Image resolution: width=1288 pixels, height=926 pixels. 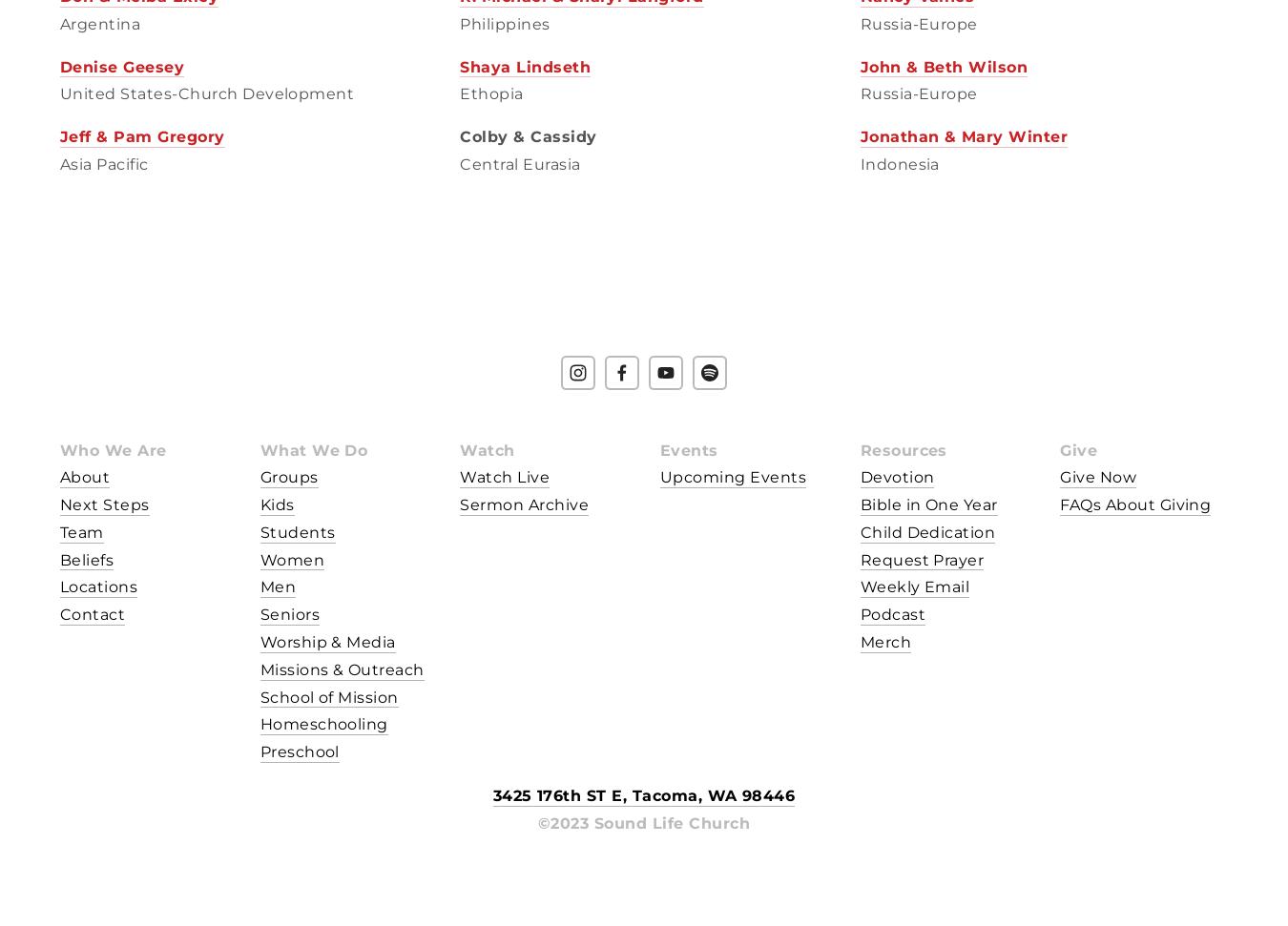 I want to click on 'Denise Geesey', so click(x=121, y=65).